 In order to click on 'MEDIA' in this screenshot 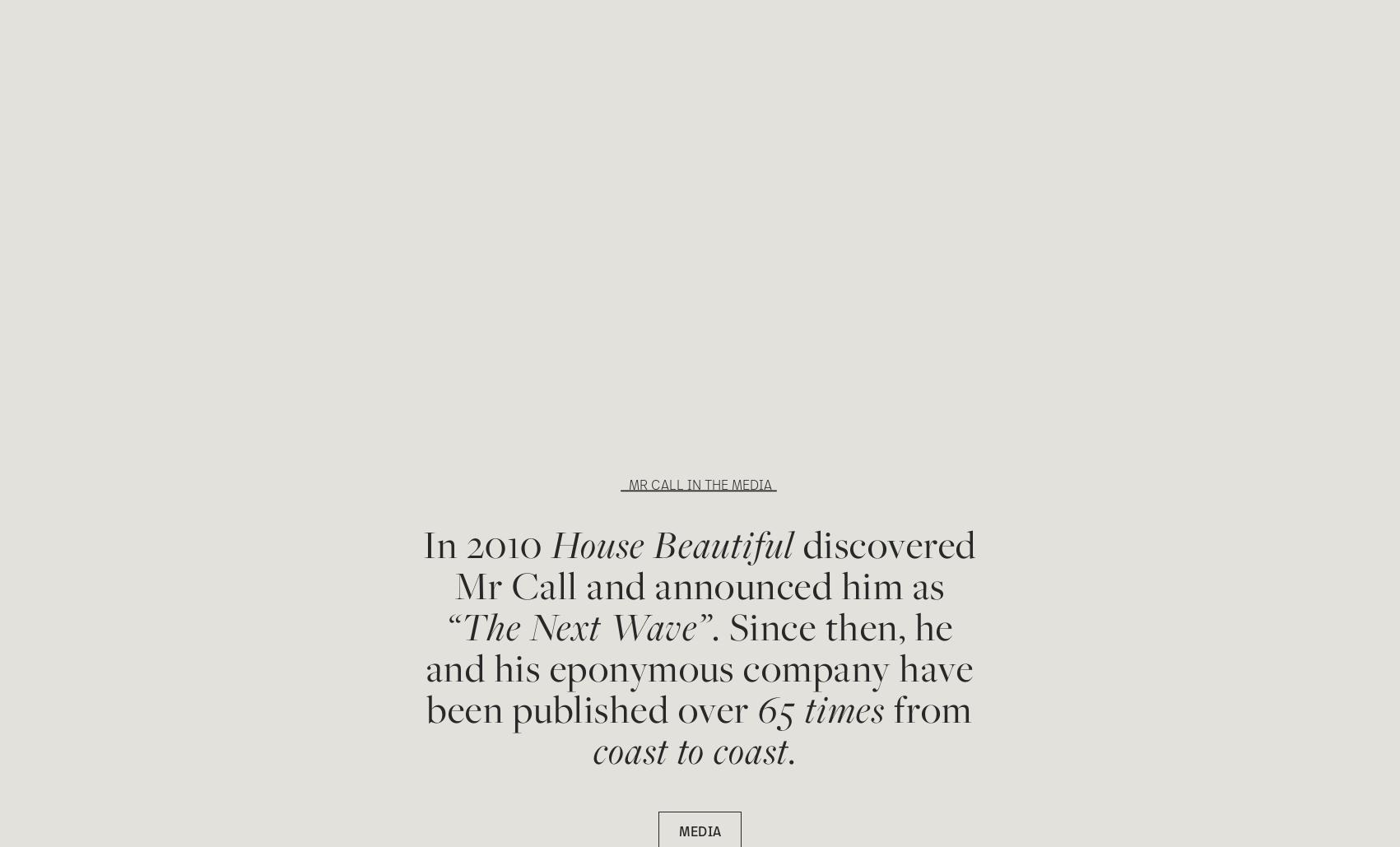, I will do `click(699, 830)`.